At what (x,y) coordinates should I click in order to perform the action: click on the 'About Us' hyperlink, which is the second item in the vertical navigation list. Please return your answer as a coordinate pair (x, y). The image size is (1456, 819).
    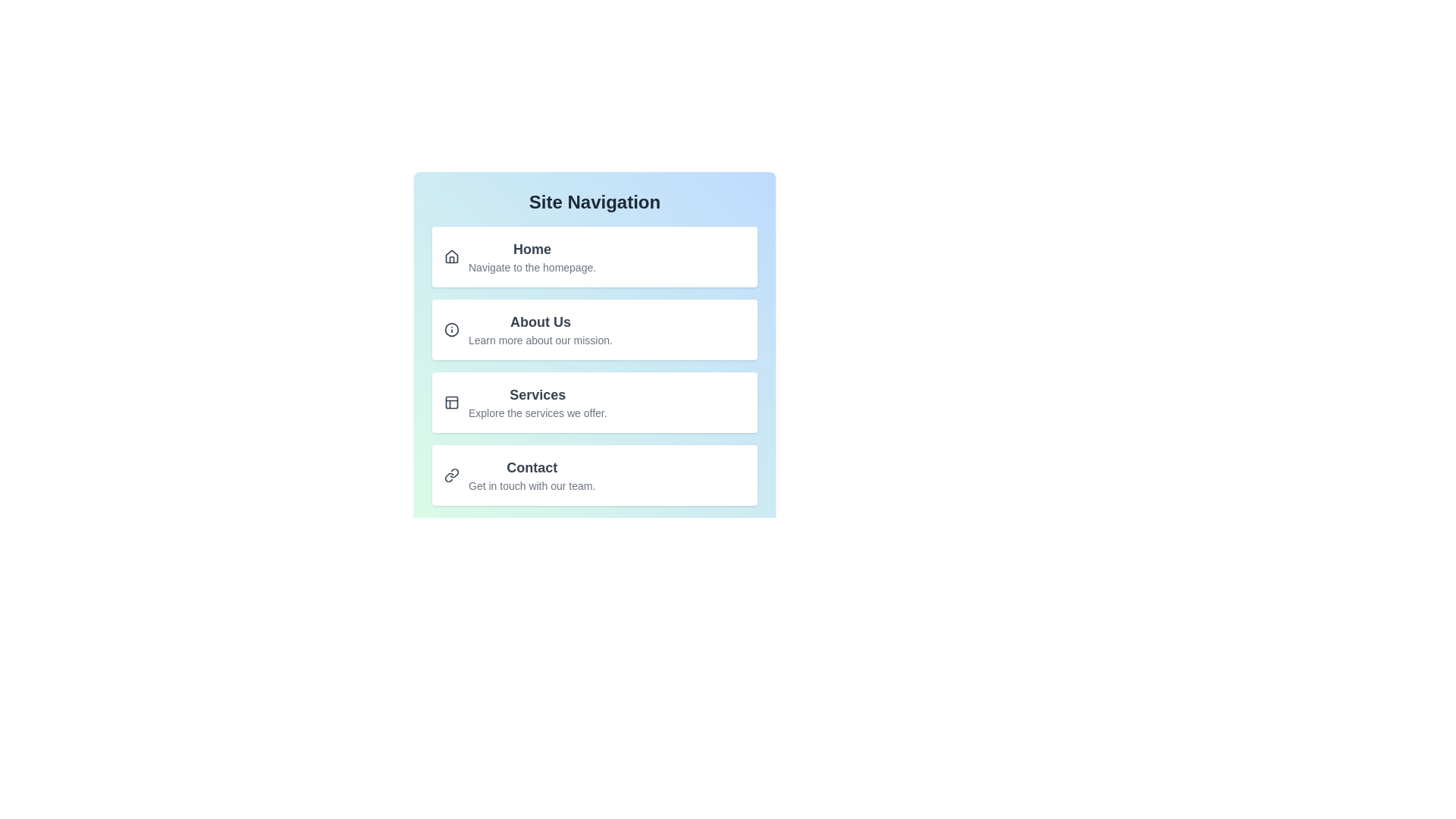
    Looking at the image, I should click on (594, 335).